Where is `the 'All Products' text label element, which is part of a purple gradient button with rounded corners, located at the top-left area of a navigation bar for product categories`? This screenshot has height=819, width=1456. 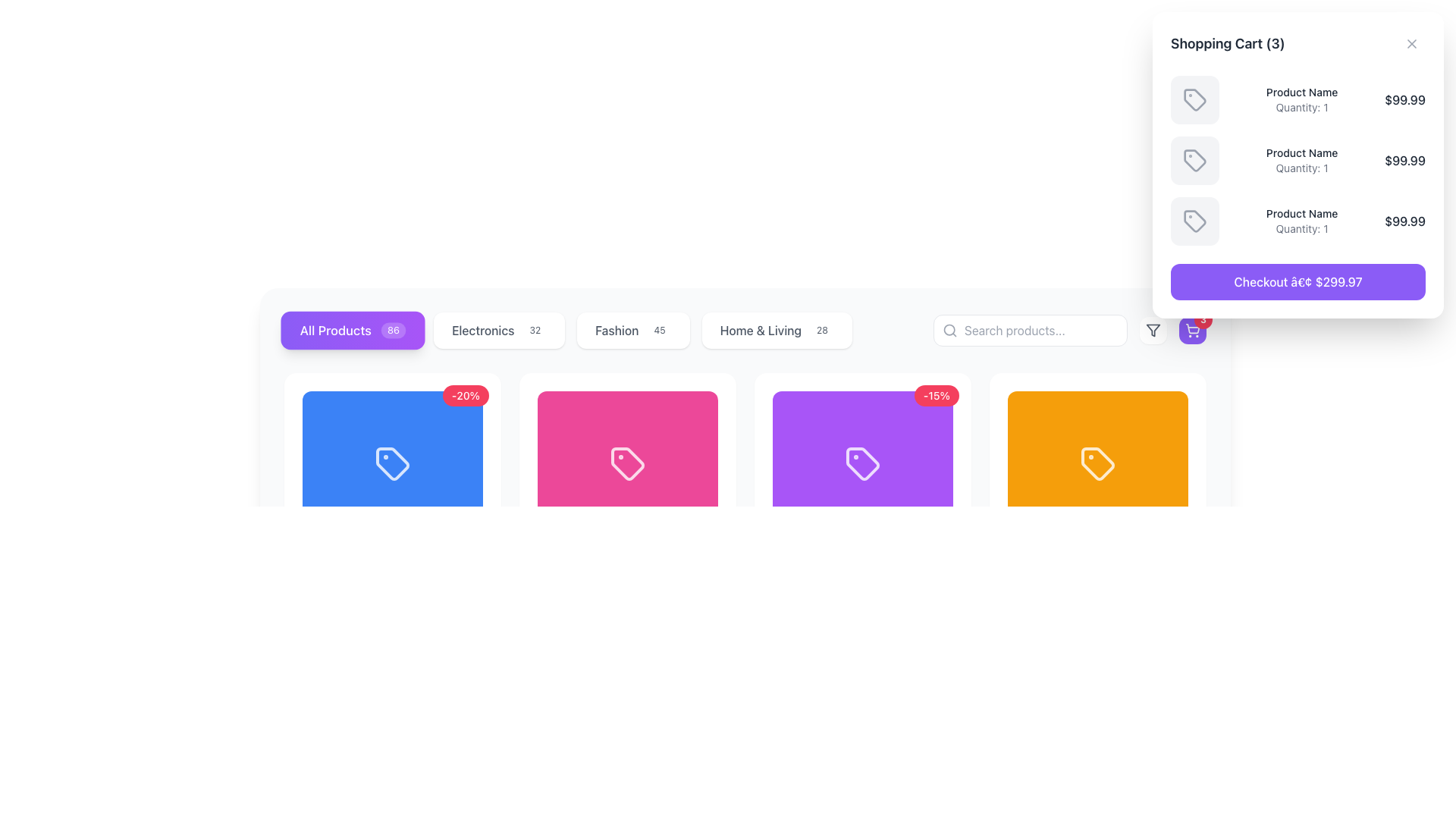
the 'All Products' text label element, which is part of a purple gradient button with rounded corners, located at the top-left area of a navigation bar for product categories is located at coordinates (334, 329).